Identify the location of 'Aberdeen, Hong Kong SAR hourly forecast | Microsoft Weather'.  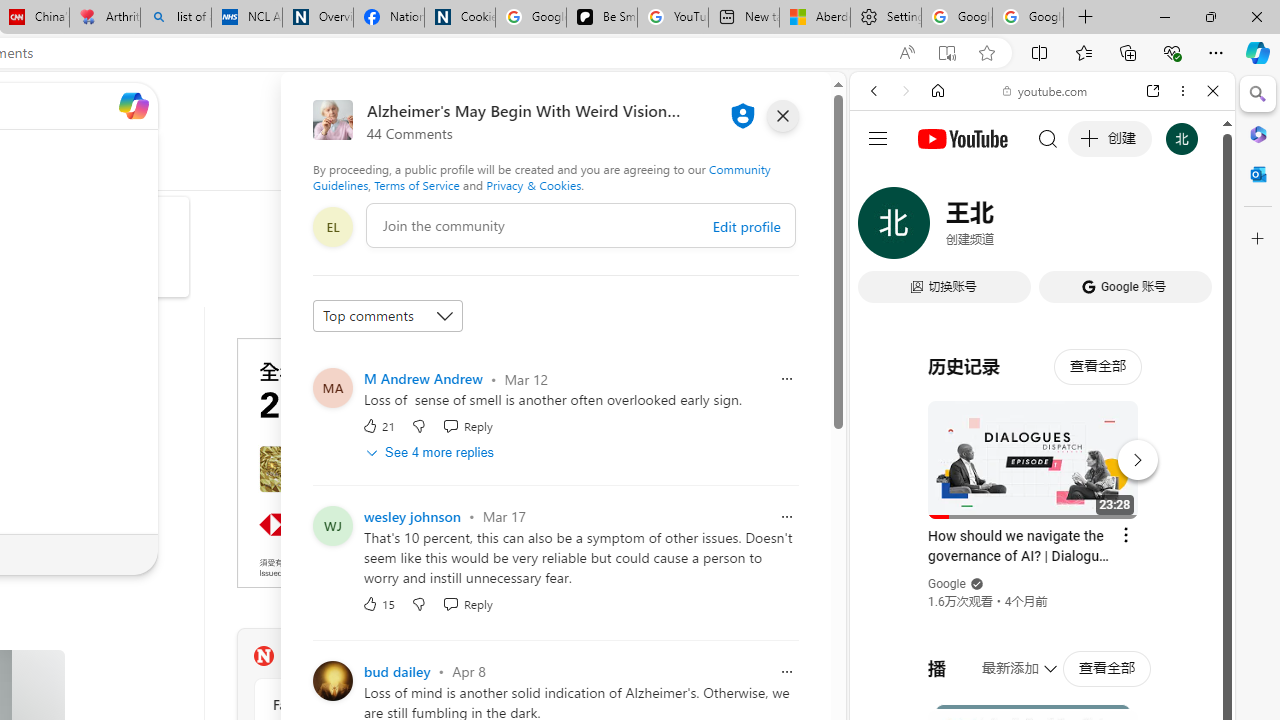
(814, 17).